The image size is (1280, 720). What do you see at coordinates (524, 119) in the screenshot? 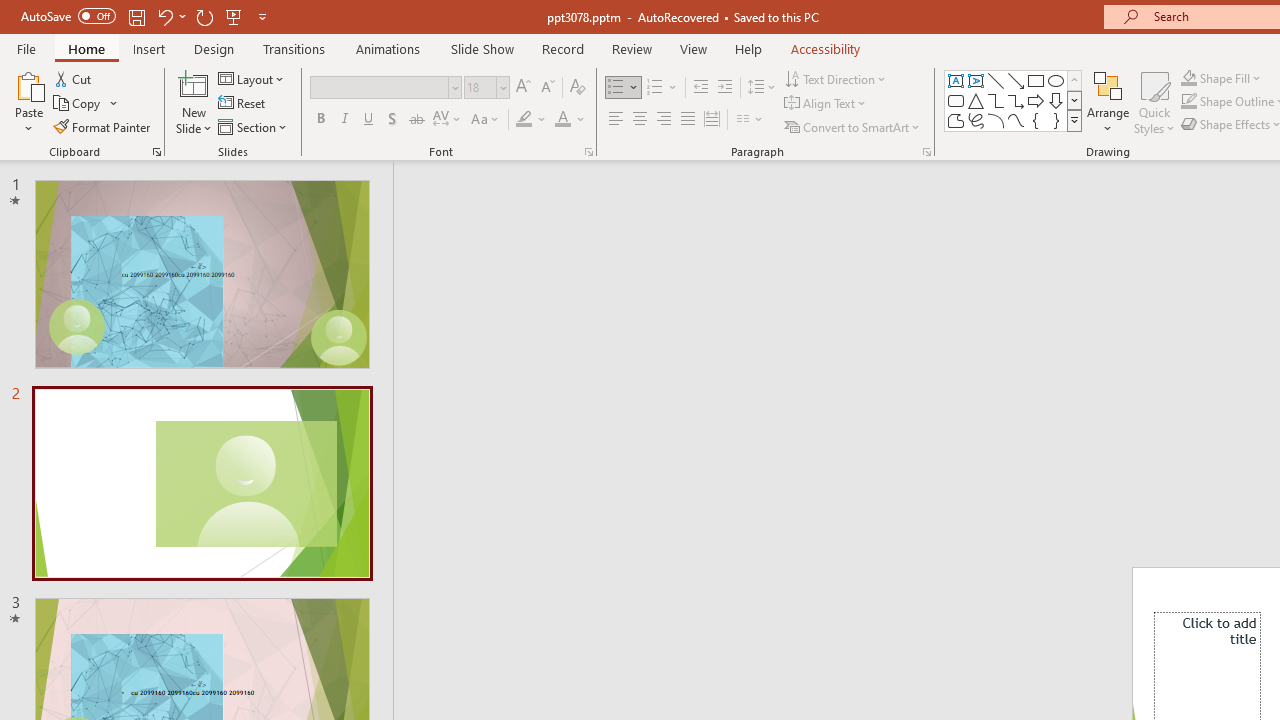
I see `'Text Highlight Color Yellow'` at bounding box center [524, 119].